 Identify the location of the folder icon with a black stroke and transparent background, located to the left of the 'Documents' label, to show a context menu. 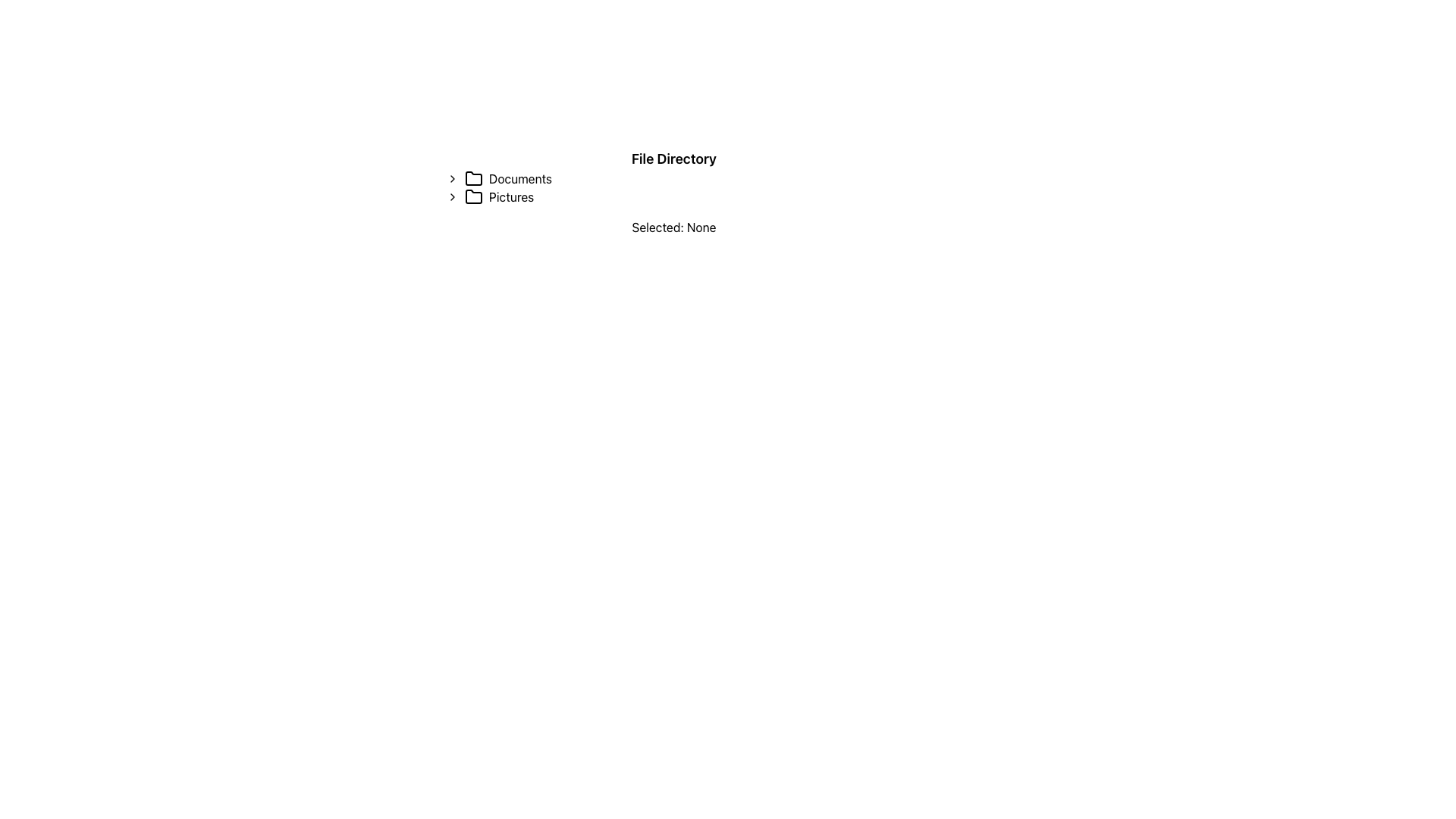
(472, 177).